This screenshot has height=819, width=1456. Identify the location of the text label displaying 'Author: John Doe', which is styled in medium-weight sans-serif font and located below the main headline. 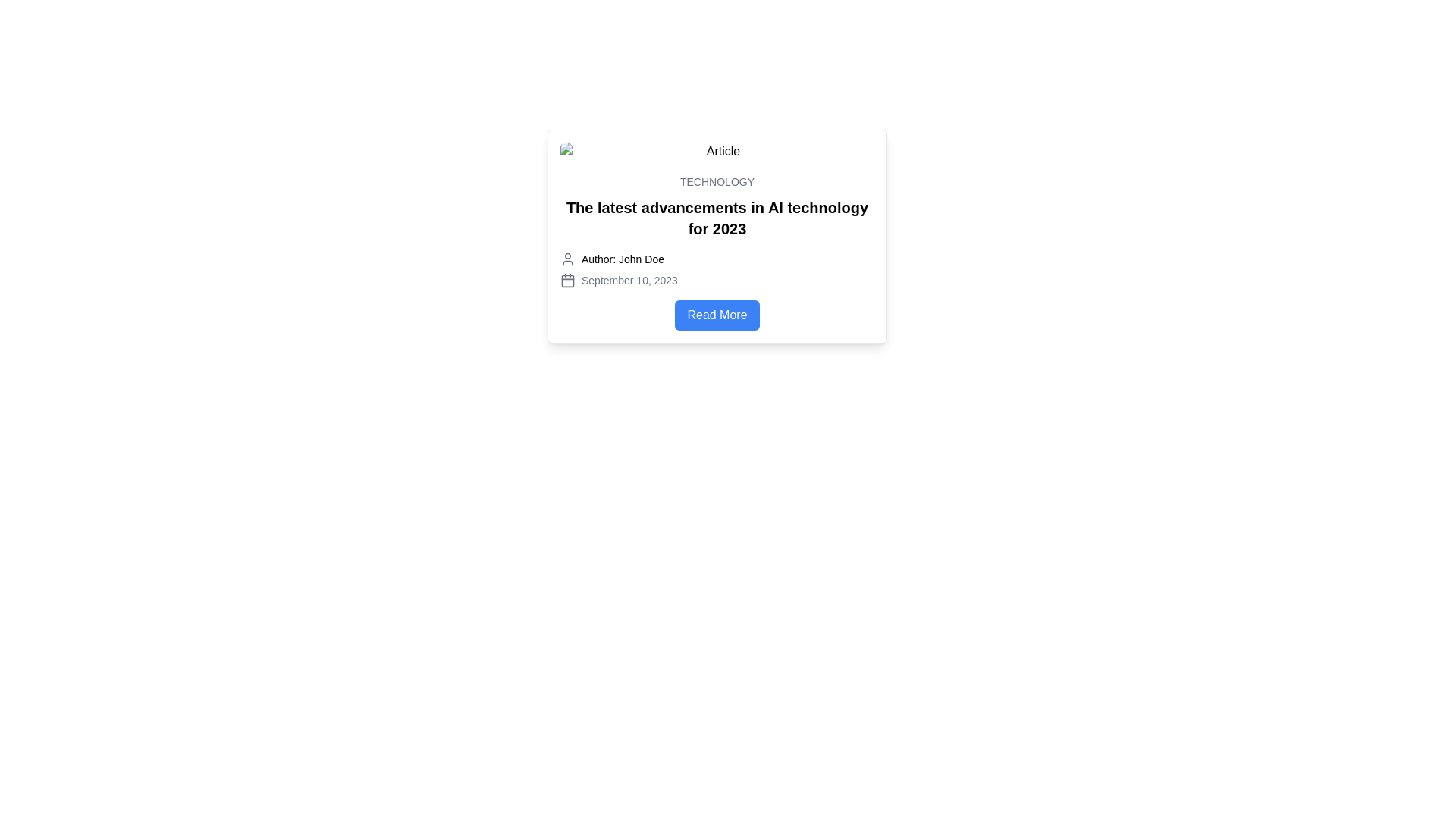
(623, 259).